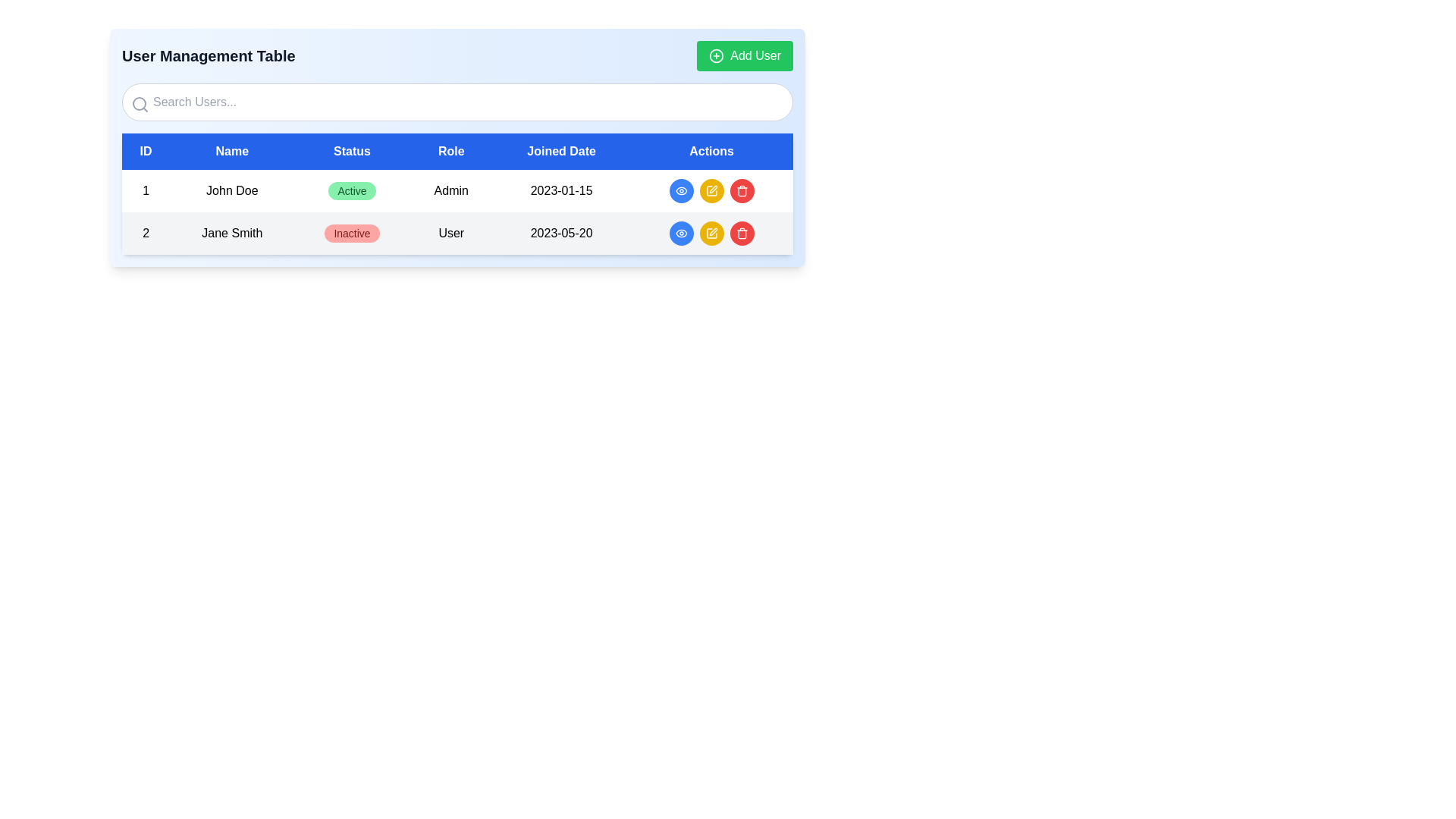 The width and height of the screenshot is (1456, 819). What do you see at coordinates (450, 152) in the screenshot?
I see `the text label that denotes the column header for user role information in the table, which is centrally located between the 'Status' and 'Joined Date' columns` at bounding box center [450, 152].